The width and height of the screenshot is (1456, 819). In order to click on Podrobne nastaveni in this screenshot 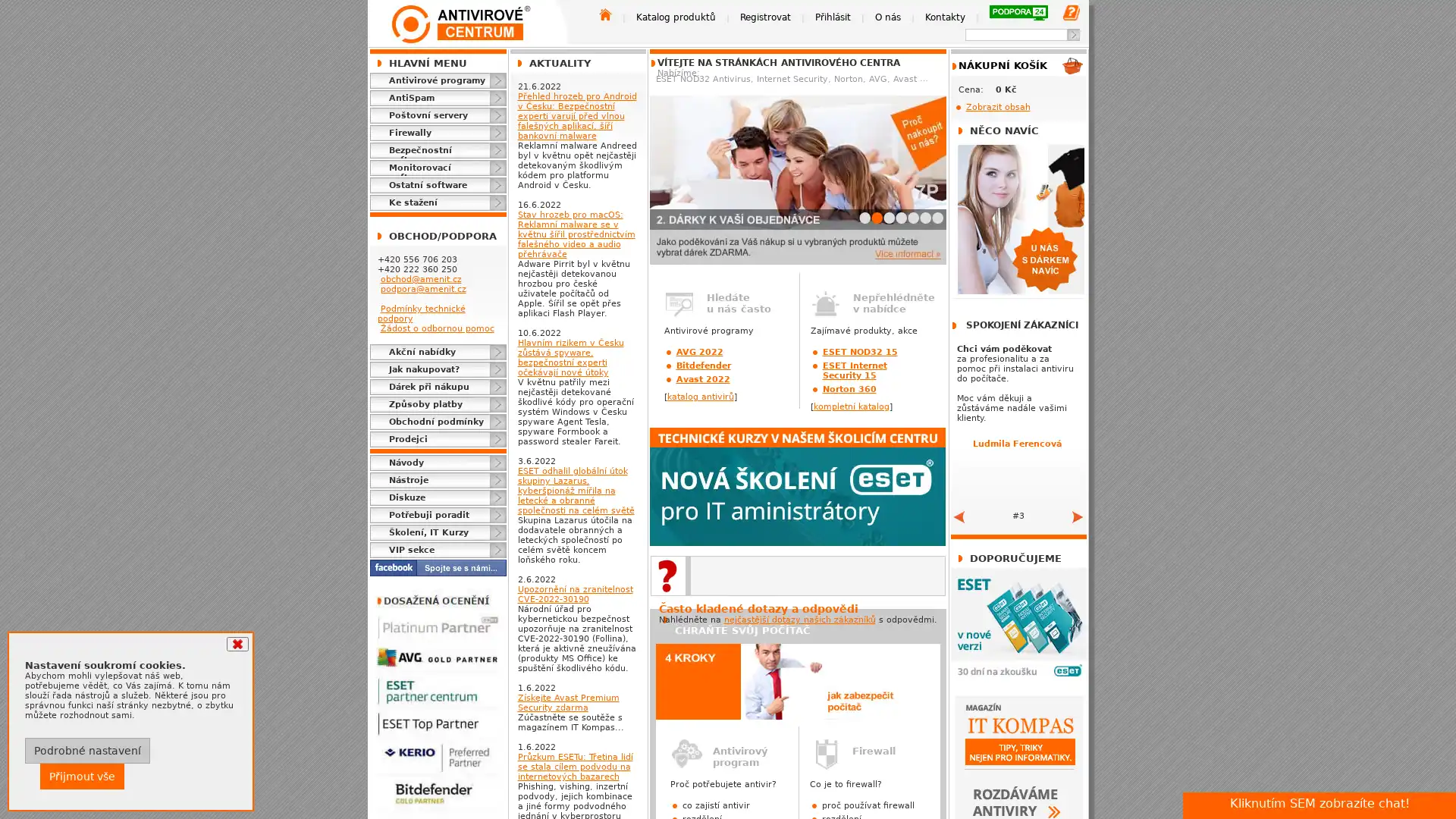, I will do `click(86, 751)`.